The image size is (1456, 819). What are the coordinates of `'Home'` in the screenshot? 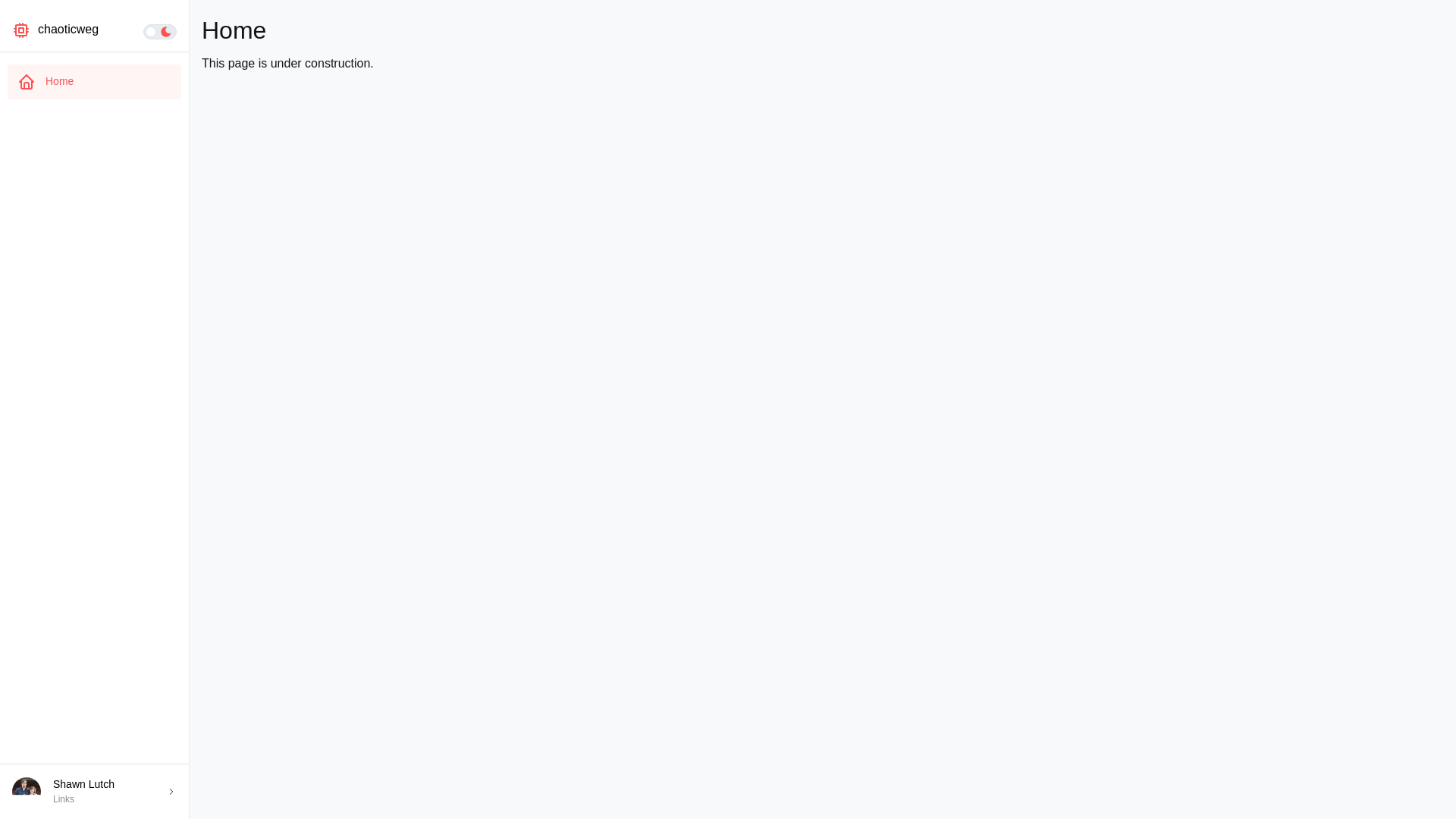 It's located at (93, 82).